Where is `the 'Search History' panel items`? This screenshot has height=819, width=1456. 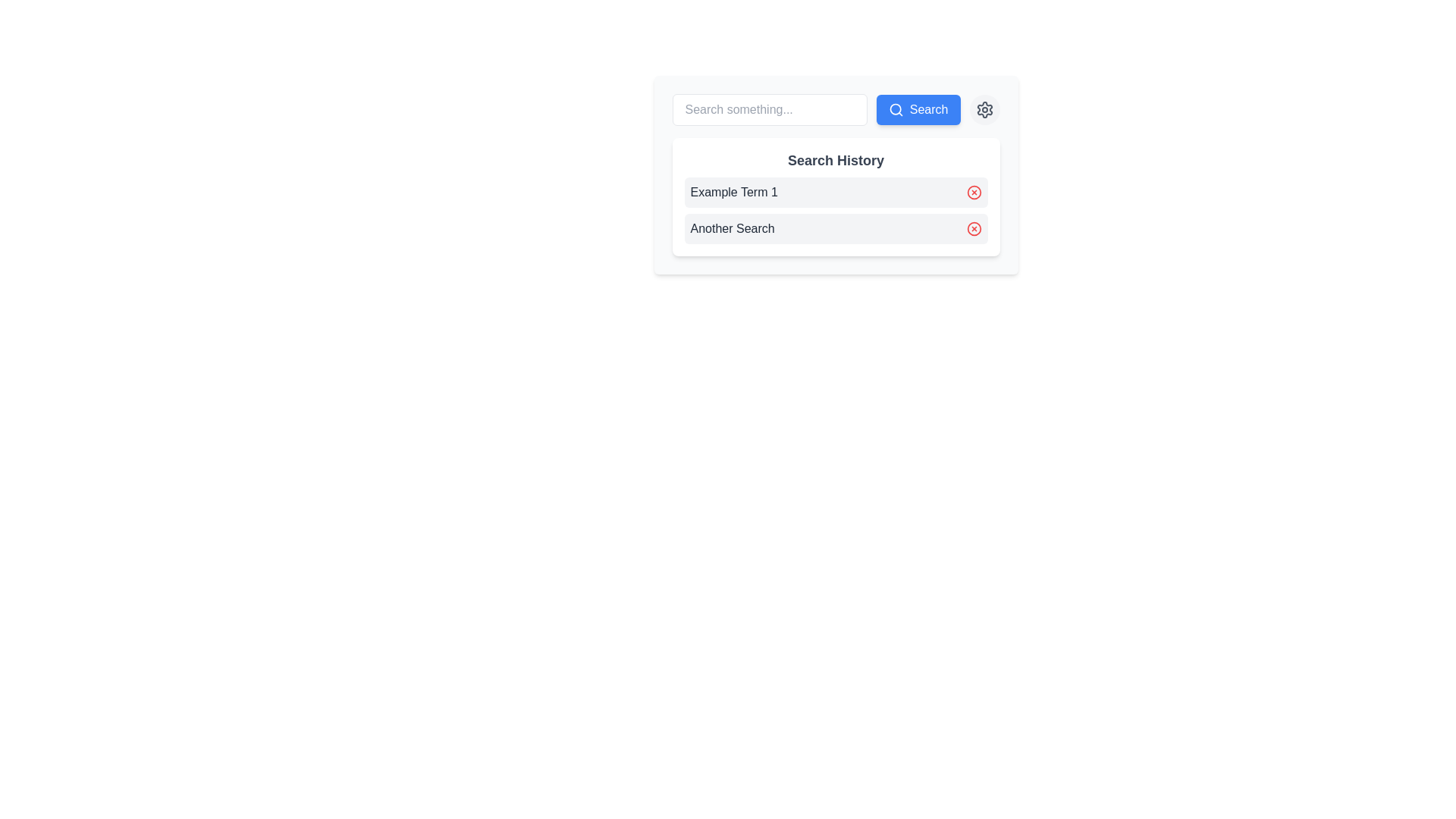 the 'Search History' panel items is located at coordinates (835, 196).